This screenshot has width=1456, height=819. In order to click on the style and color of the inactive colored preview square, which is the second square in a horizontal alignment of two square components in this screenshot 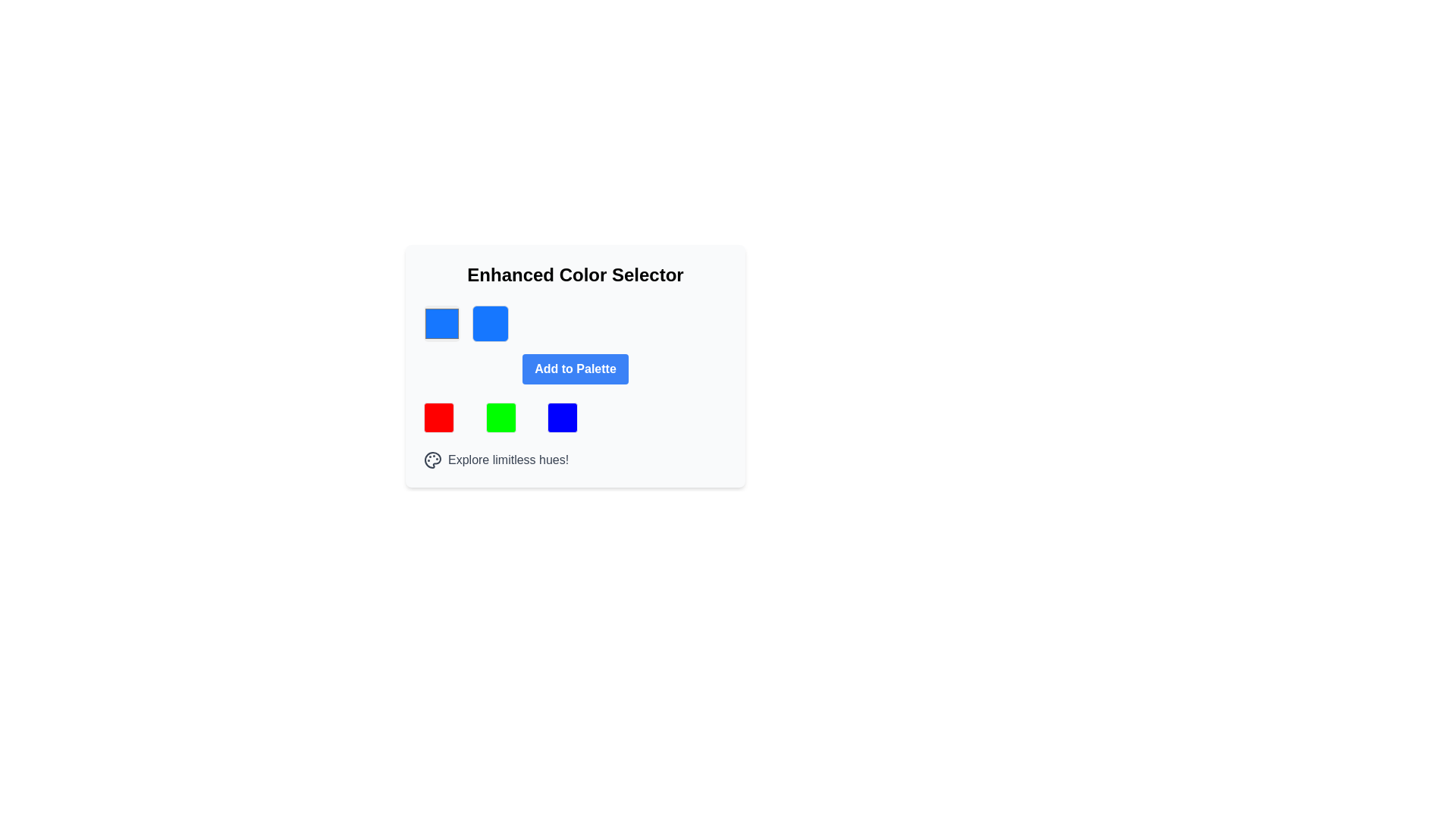, I will do `click(491, 323)`.